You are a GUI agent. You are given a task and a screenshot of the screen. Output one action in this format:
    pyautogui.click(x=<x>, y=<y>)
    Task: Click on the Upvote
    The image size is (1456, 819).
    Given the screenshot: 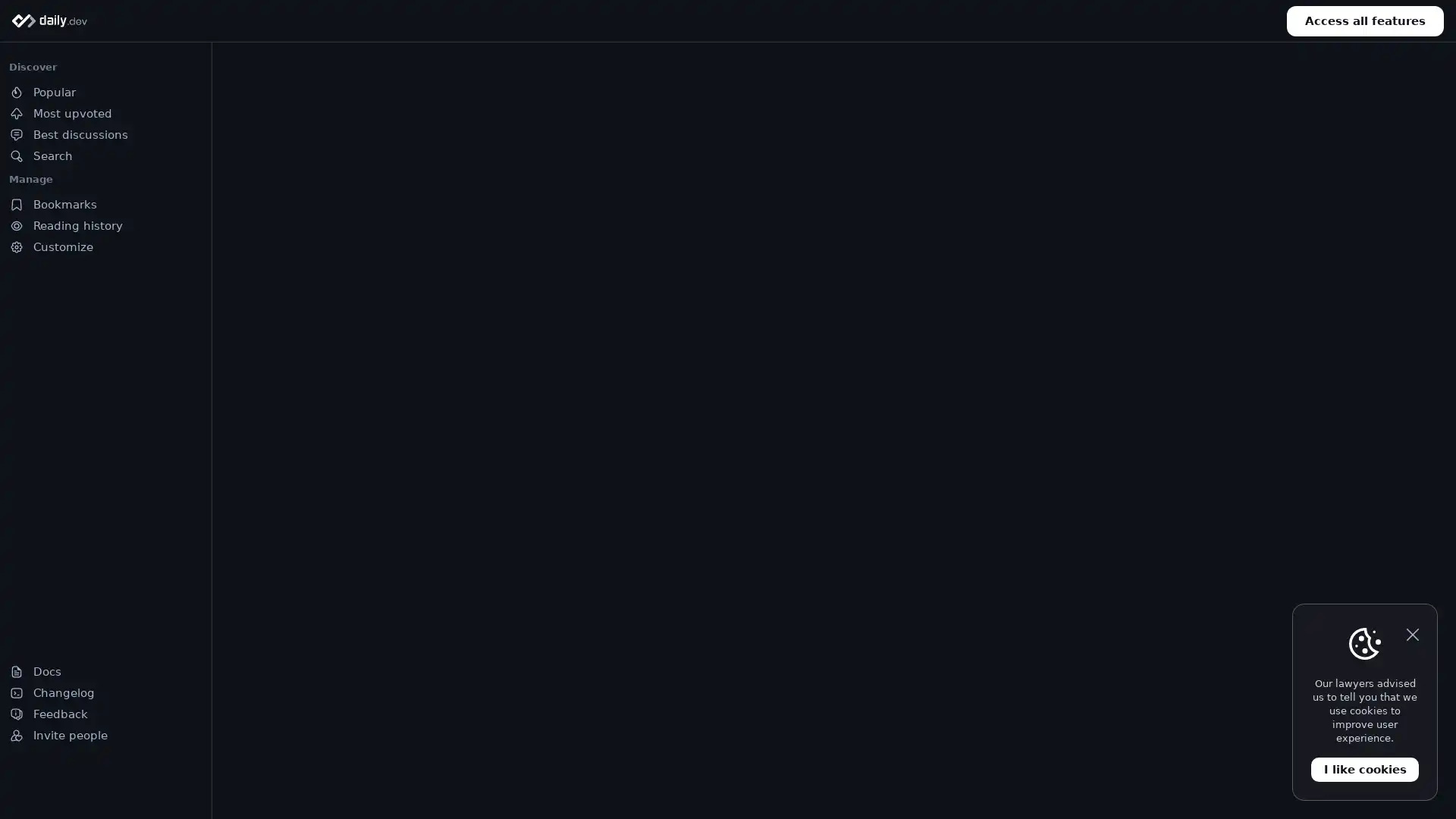 What is the action you would take?
    pyautogui.click(x=613, y=424)
    